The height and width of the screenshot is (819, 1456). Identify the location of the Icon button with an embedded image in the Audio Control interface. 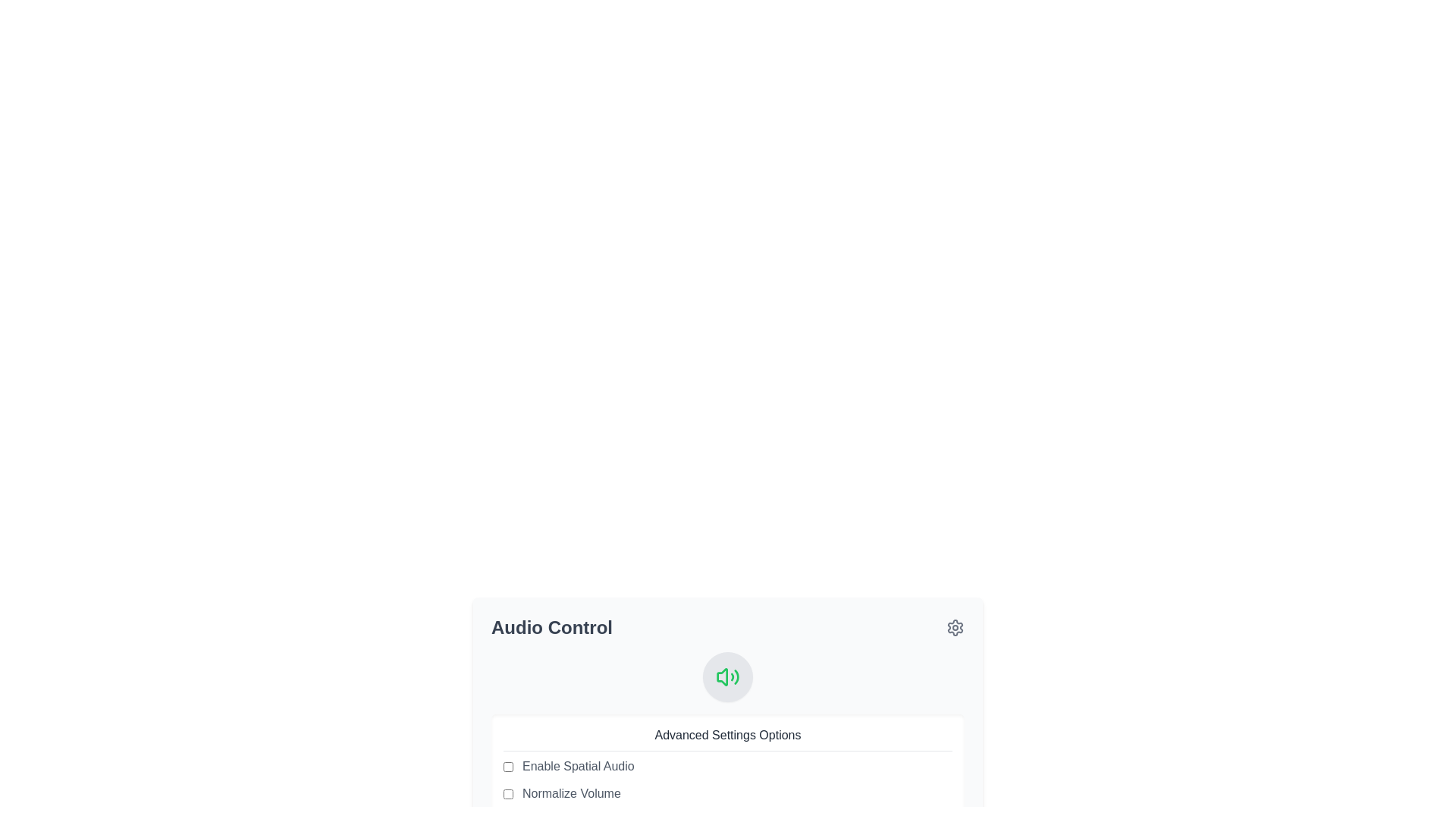
(728, 676).